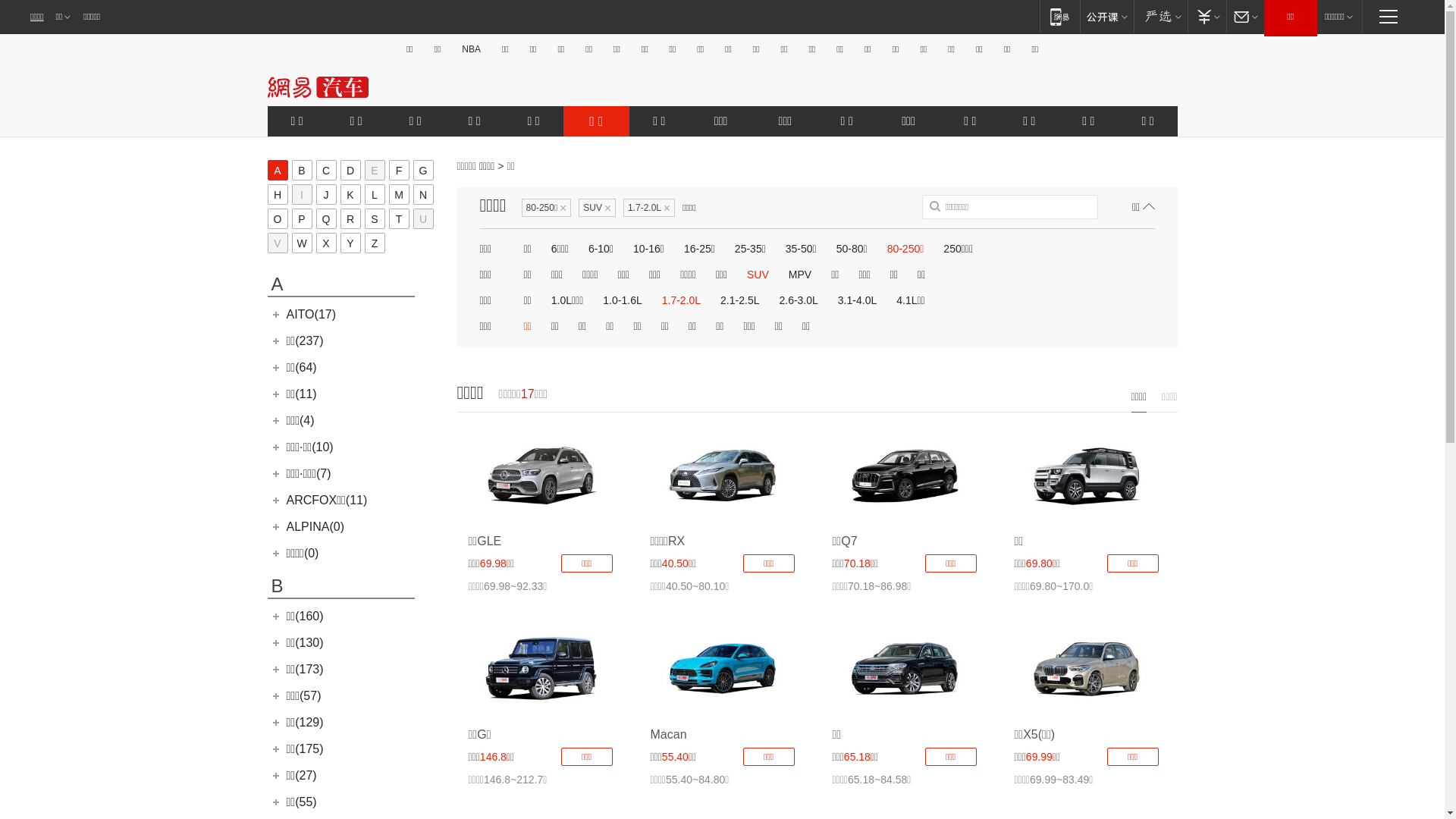 The height and width of the screenshot is (819, 1456). Describe the element at coordinates (364, 218) in the screenshot. I see `'S'` at that location.